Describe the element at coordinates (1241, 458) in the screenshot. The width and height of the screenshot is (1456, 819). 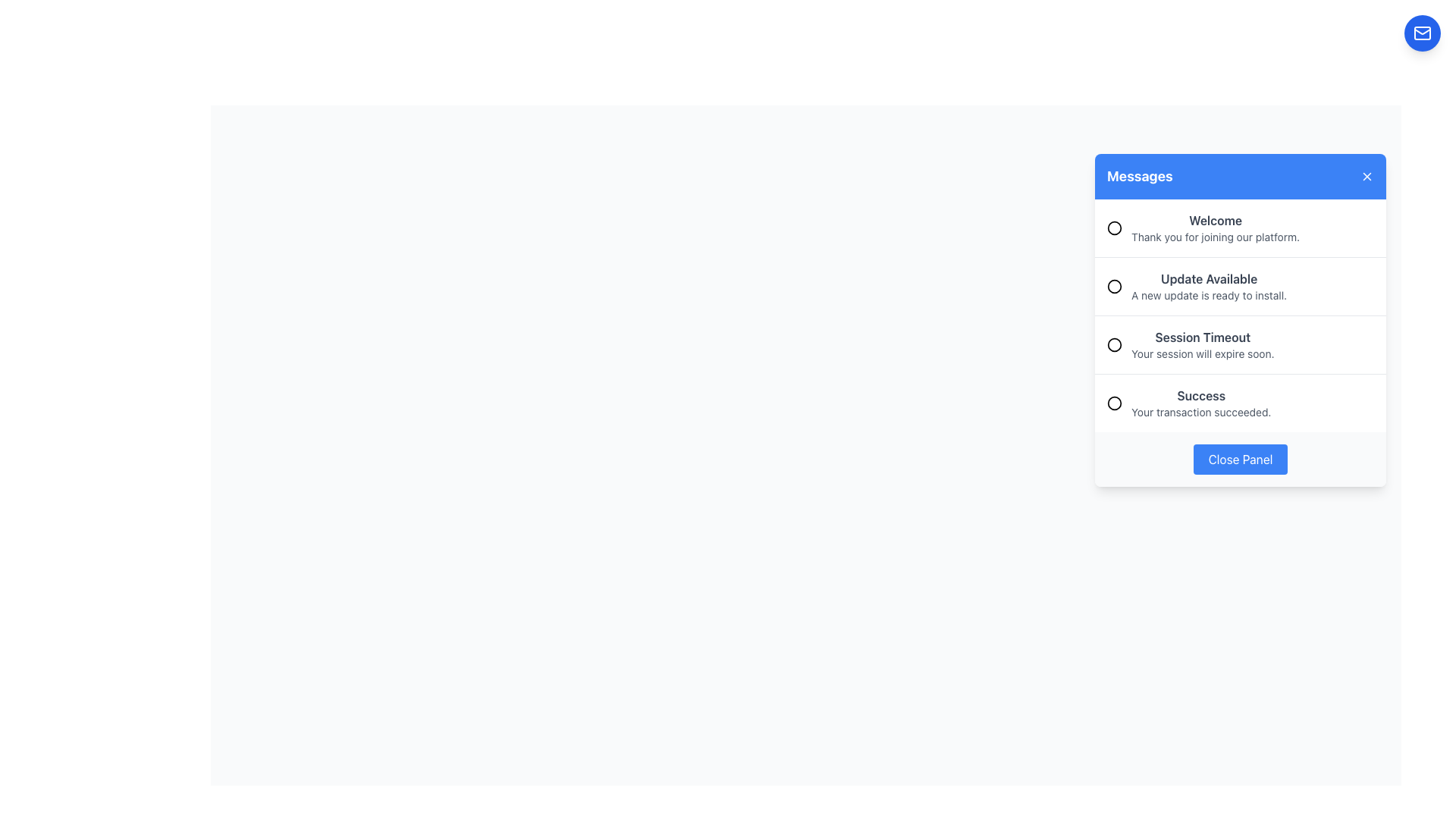
I see `the close button located at the bottom center of the 'Messages' panel` at that location.